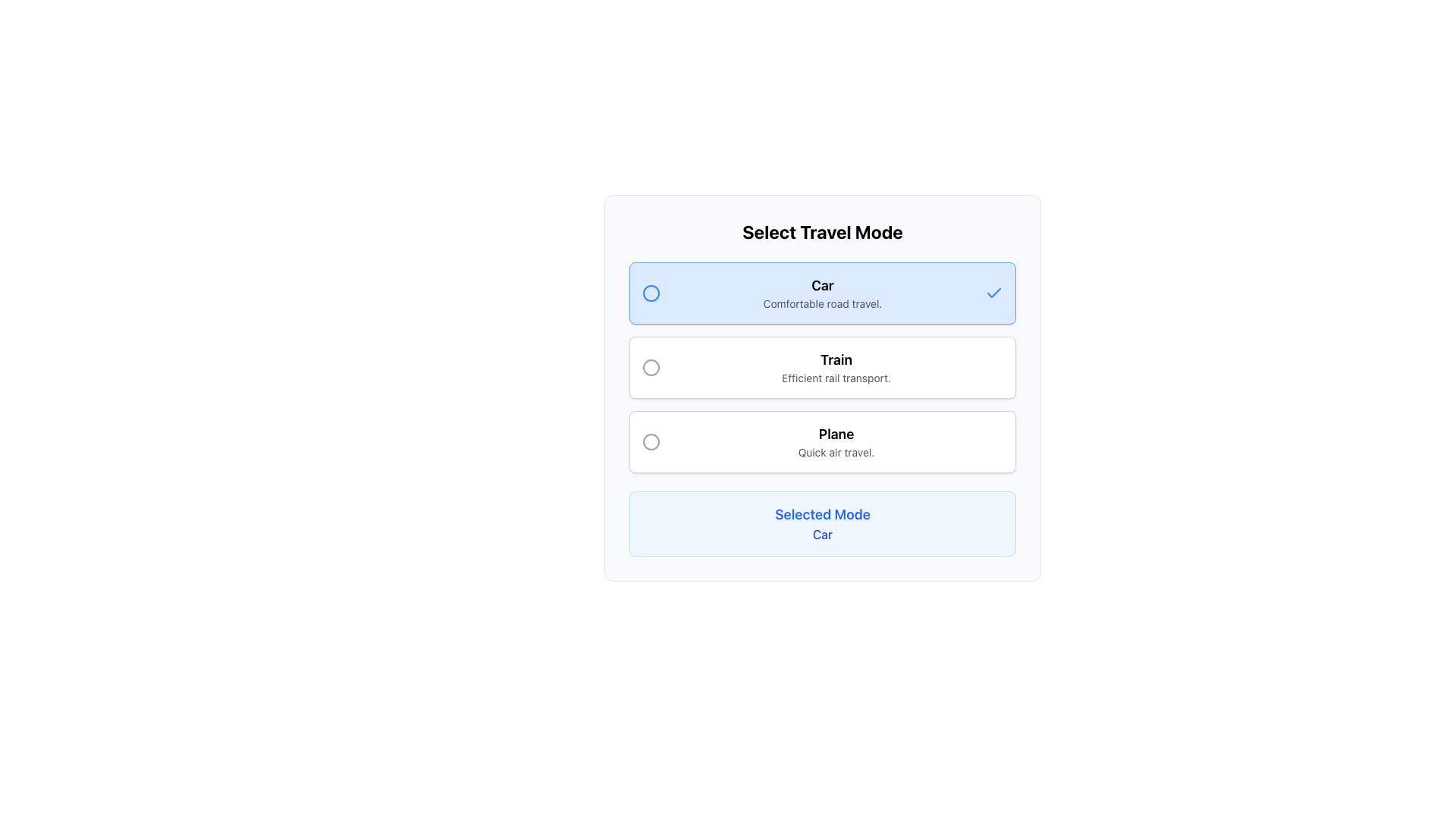  Describe the element at coordinates (821, 368) in the screenshot. I see `the second selectable option in the list, which features a gray circular outline and the text 'Train' in bold` at that location.